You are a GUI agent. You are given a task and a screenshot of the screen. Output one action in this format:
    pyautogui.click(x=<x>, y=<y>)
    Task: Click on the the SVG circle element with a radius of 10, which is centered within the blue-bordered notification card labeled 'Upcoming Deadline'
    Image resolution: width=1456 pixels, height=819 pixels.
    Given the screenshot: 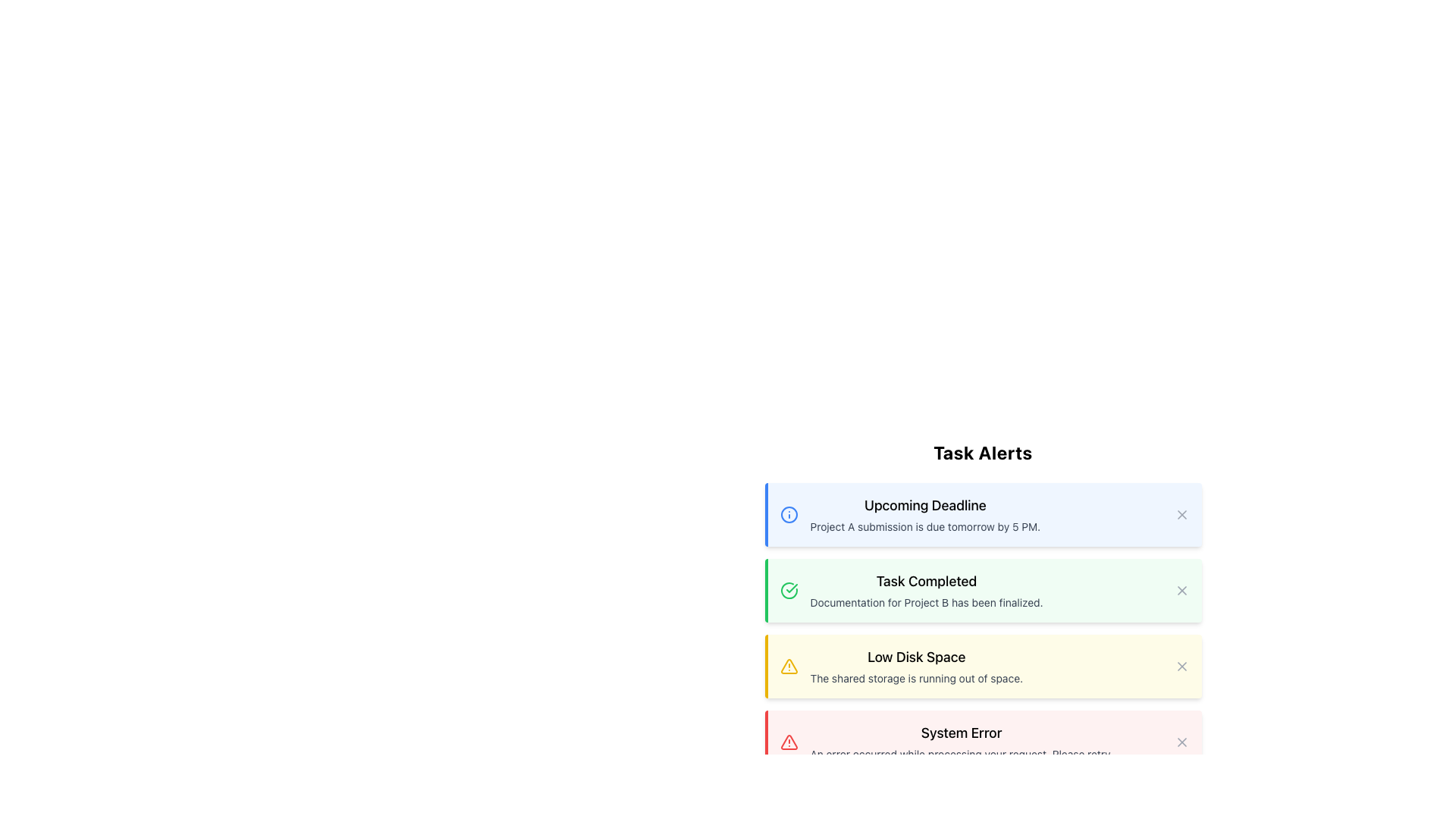 What is the action you would take?
    pyautogui.click(x=789, y=513)
    